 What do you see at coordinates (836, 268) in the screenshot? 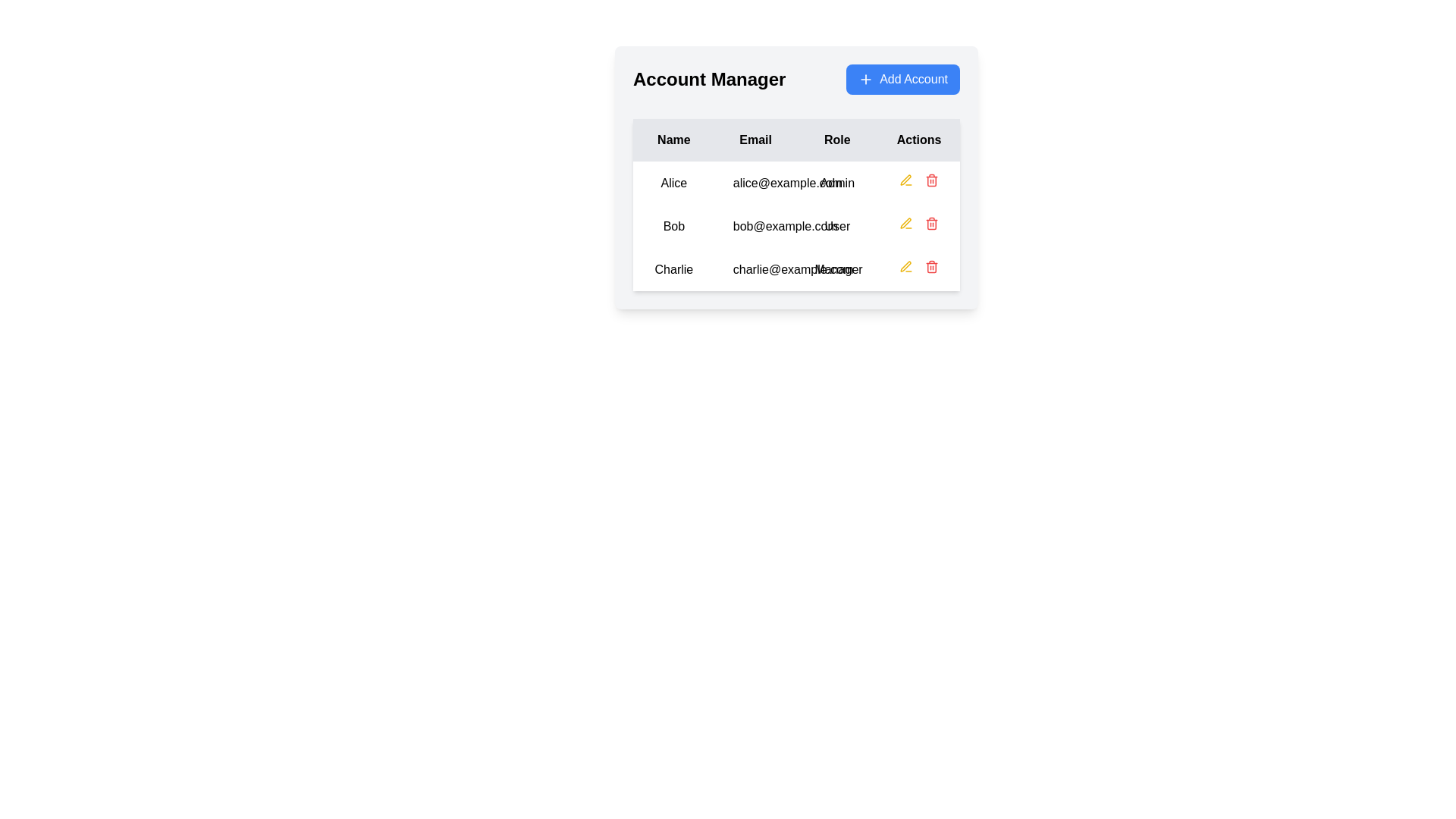
I see `the text element reading 'Manager' located in the 'Role' column of the table, aligned with the row containing 'Charlie' and 'charlie@example.com'` at bounding box center [836, 268].